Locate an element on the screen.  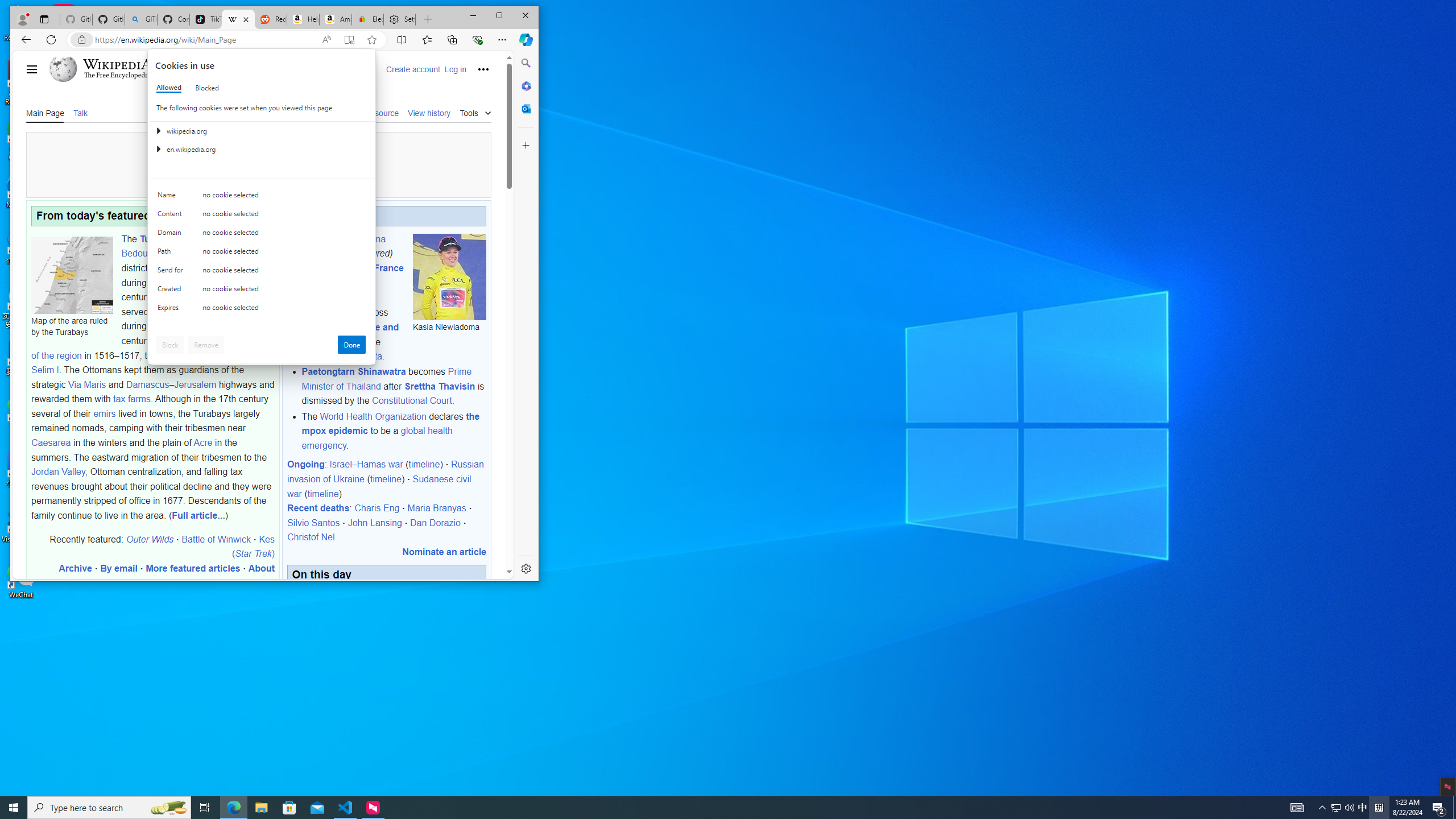
'Type here to search' is located at coordinates (109, 806).